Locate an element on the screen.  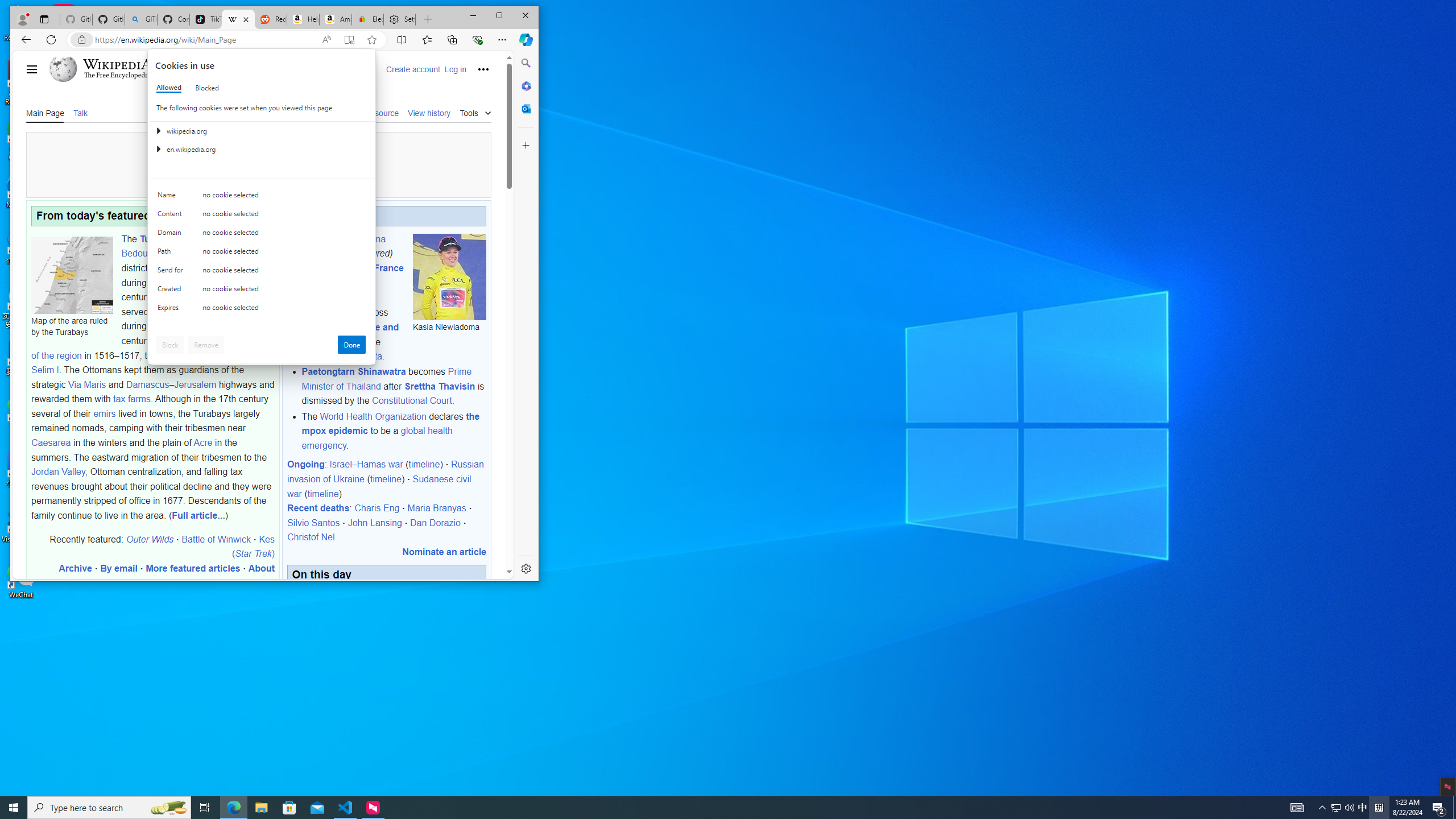
'Type here to search' is located at coordinates (109, 806).